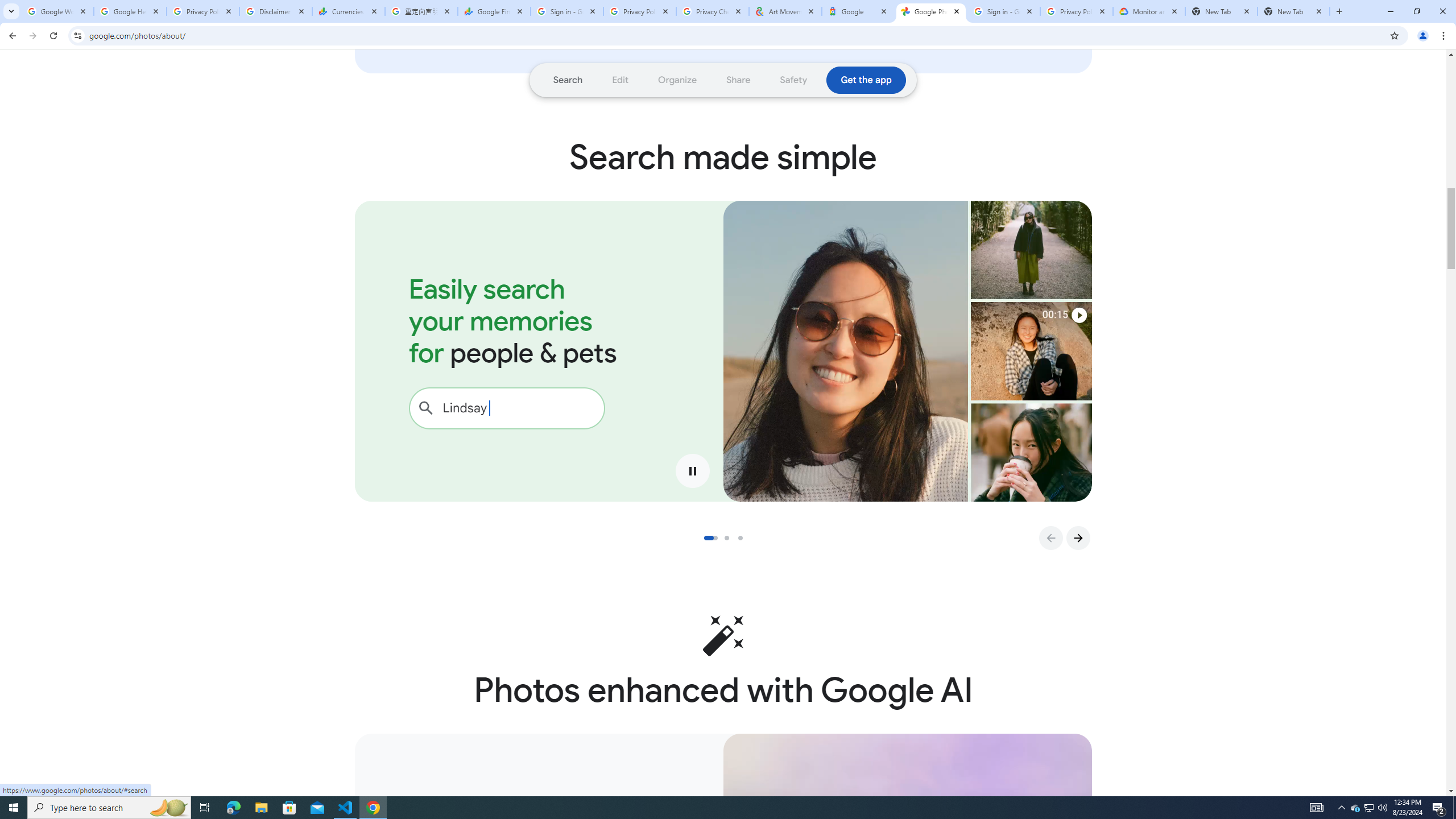  What do you see at coordinates (737, 80) in the screenshot?
I see `'Go to section: Share'` at bounding box center [737, 80].